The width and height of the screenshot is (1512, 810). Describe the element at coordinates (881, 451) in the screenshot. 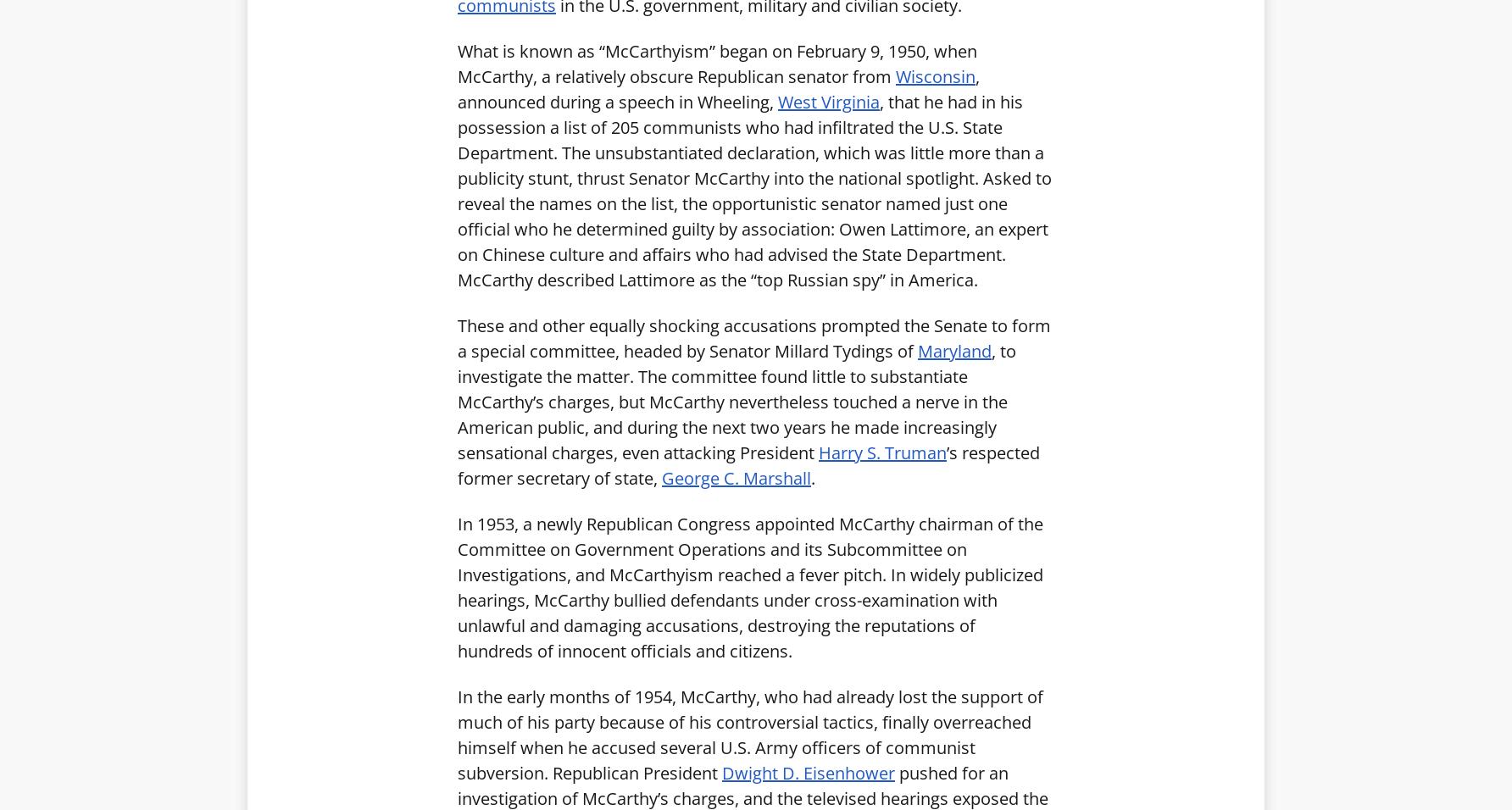

I see `'Harry S. Truman'` at that location.